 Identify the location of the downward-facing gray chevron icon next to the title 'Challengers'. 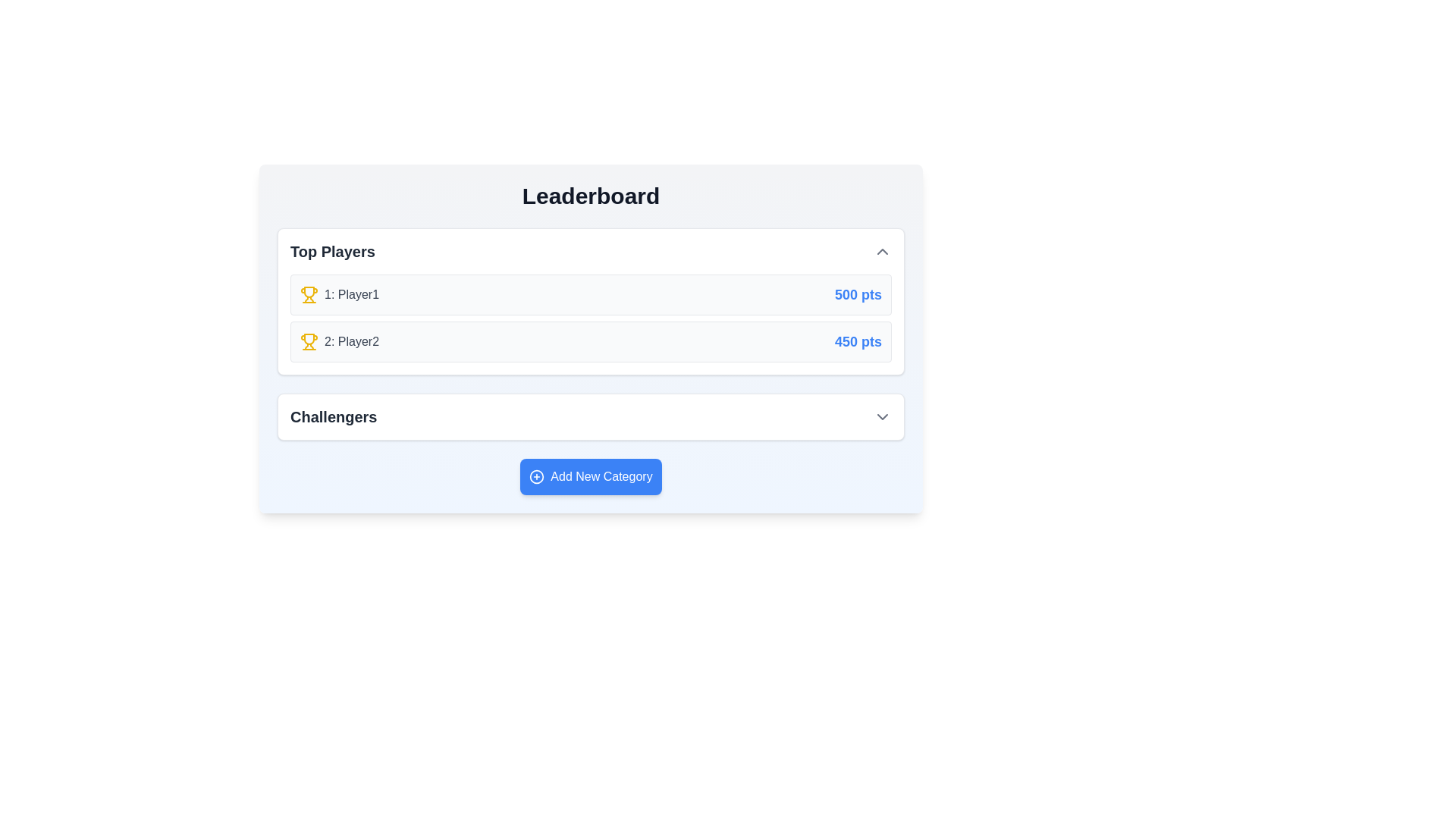
(882, 417).